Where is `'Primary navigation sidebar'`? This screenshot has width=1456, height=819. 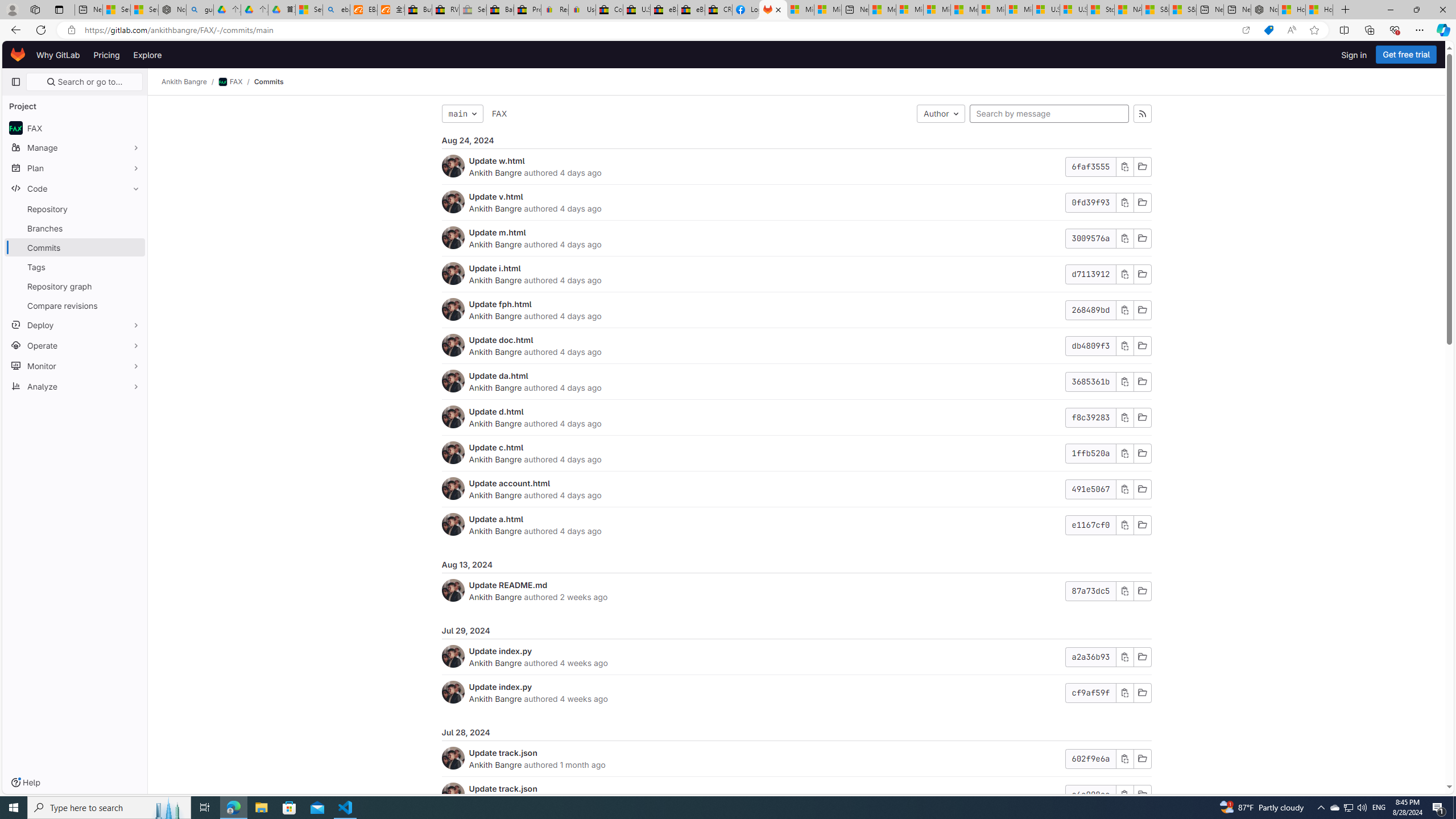
'Primary navigation sidebar' is located at coordinates (16, 81).